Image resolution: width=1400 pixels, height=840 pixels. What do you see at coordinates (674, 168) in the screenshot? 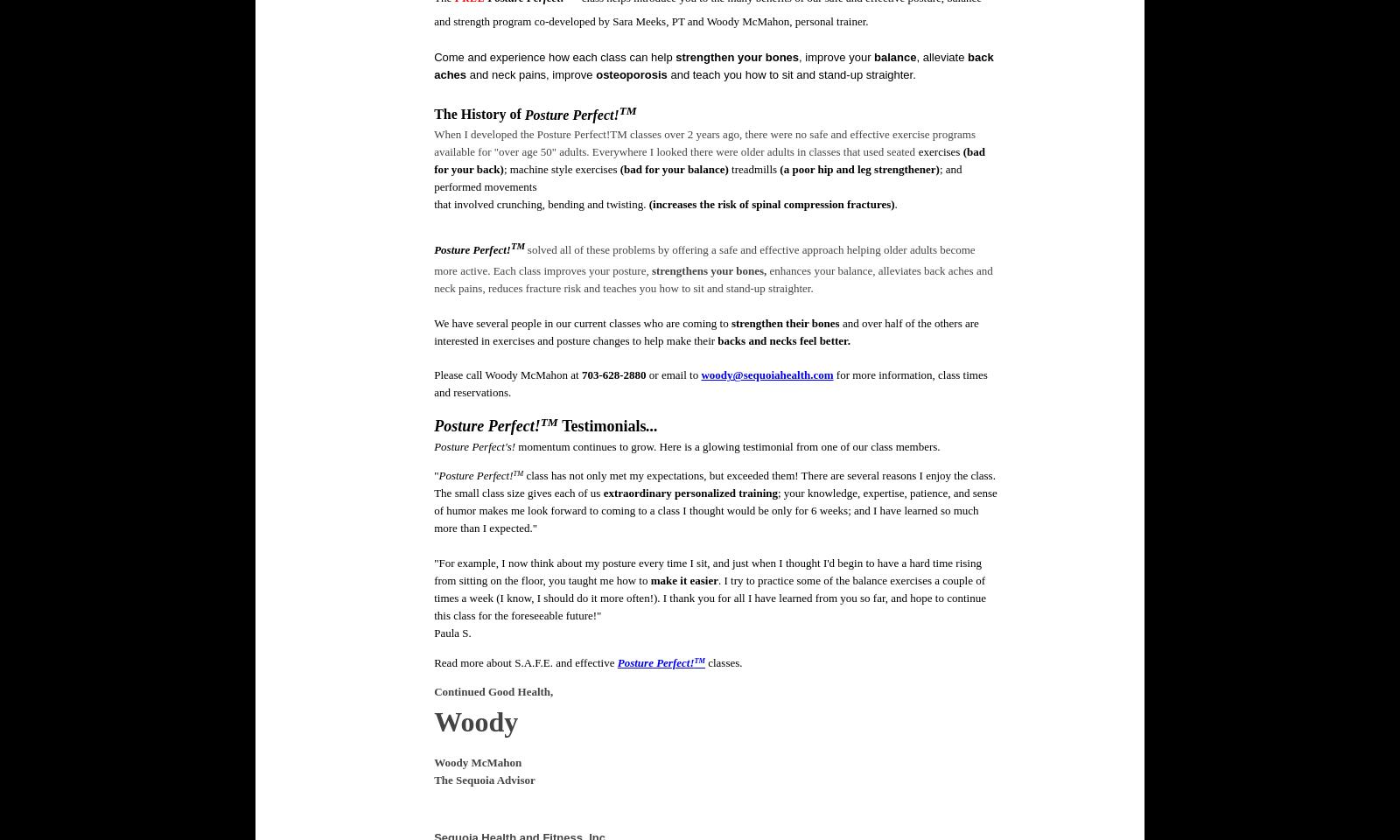
I see `'(bad for your balance)'` at bounding box center [674, 168].